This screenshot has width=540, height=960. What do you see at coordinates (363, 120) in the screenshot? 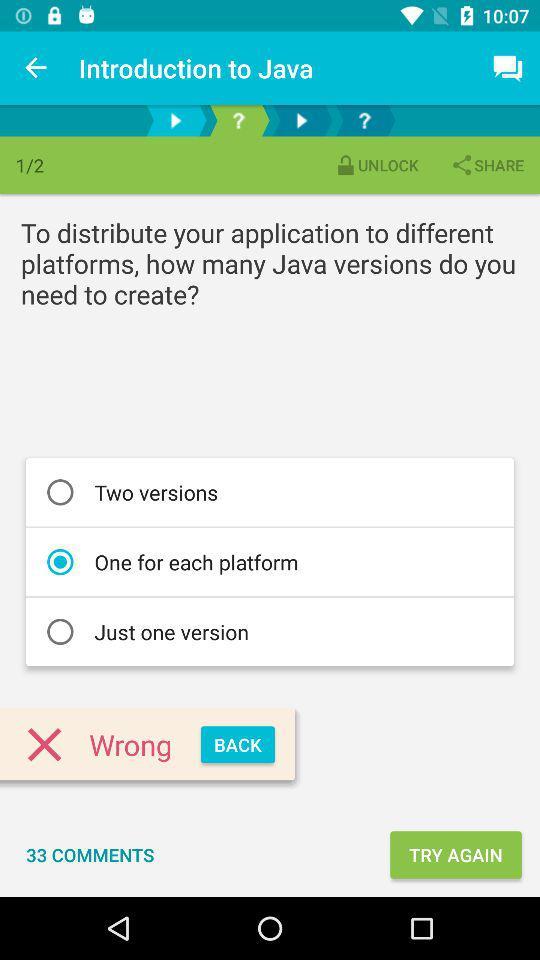
I see `get help` at bounding box center [363, 120].